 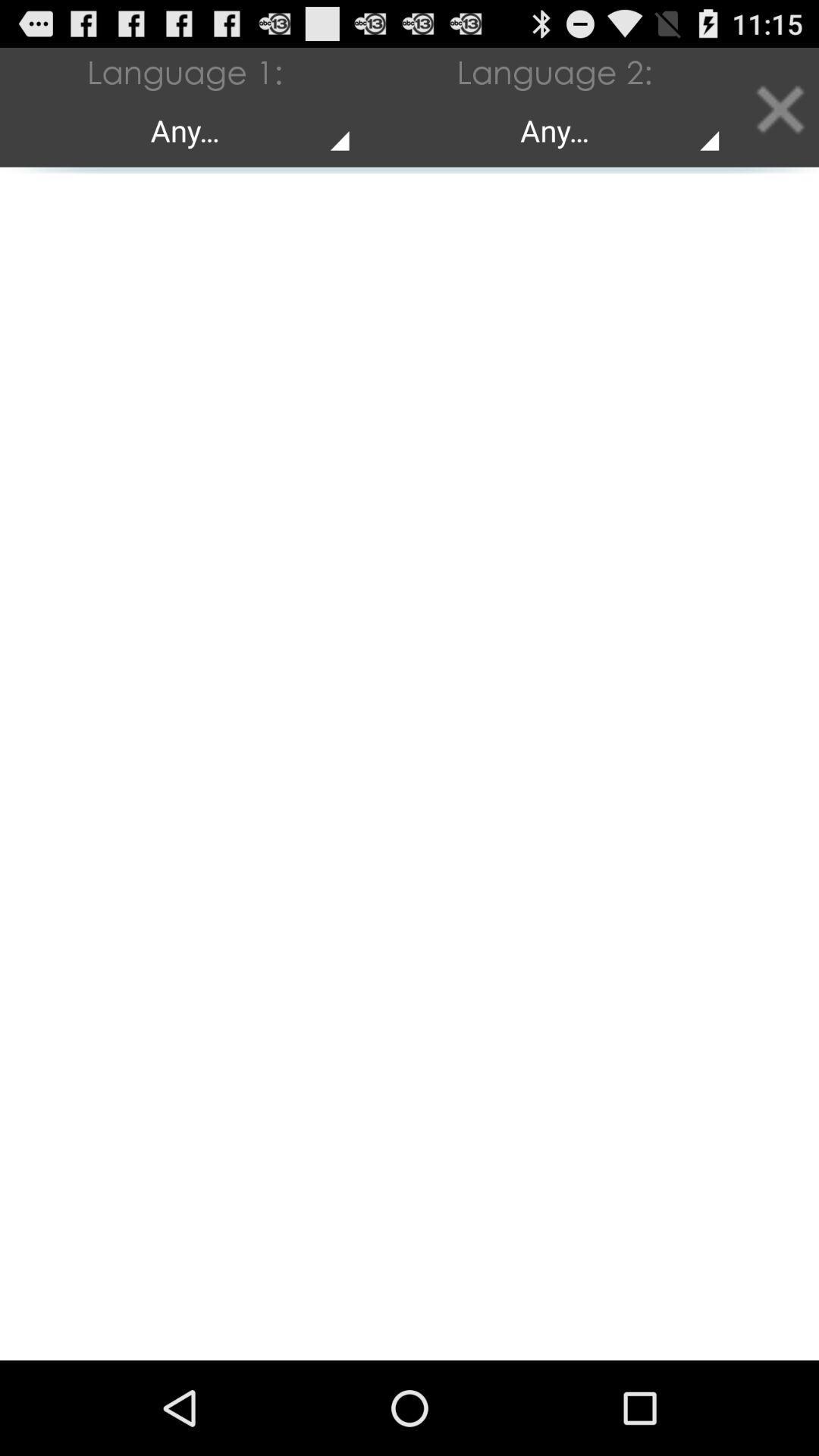 I want to click on translator, so click(x=779, y=106).